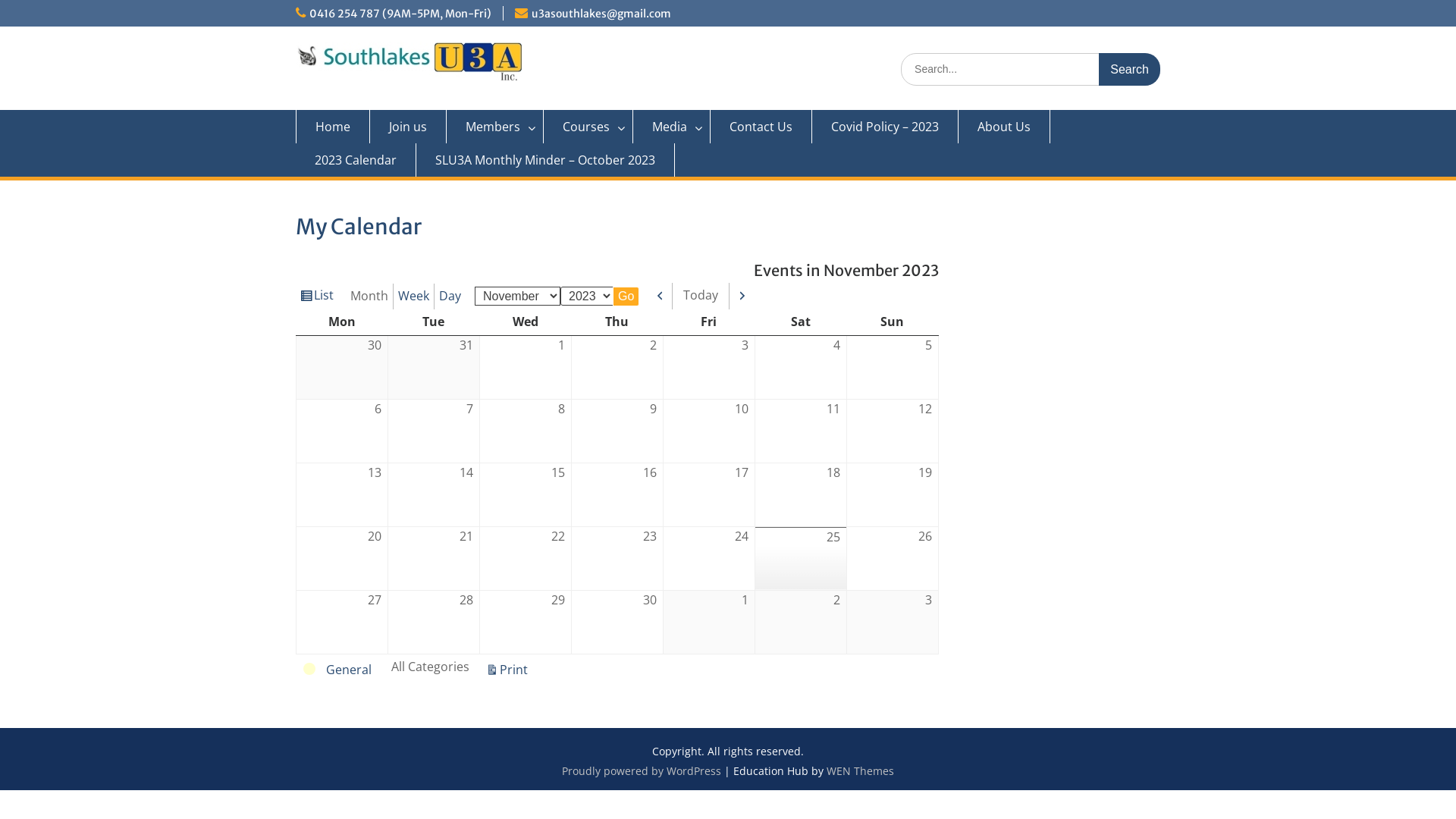 The width and height of the screenshot is (1456, 819). What do you see at coordinates (1129, 69) in the screenshot?
I see `'Search'` at bounding box center [1129, 69].